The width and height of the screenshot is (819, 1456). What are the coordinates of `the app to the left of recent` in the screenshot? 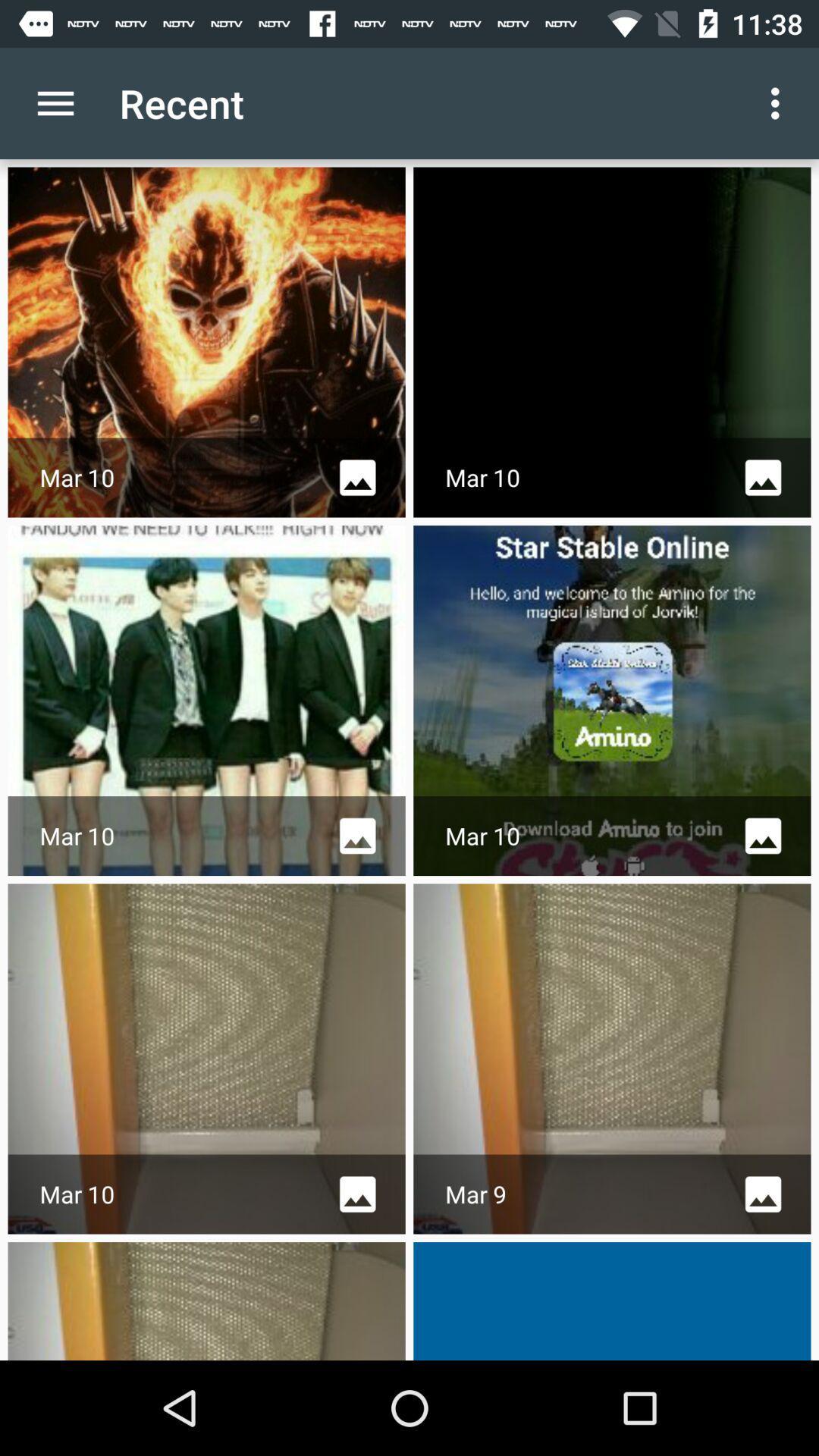 It's located at (55, 102).